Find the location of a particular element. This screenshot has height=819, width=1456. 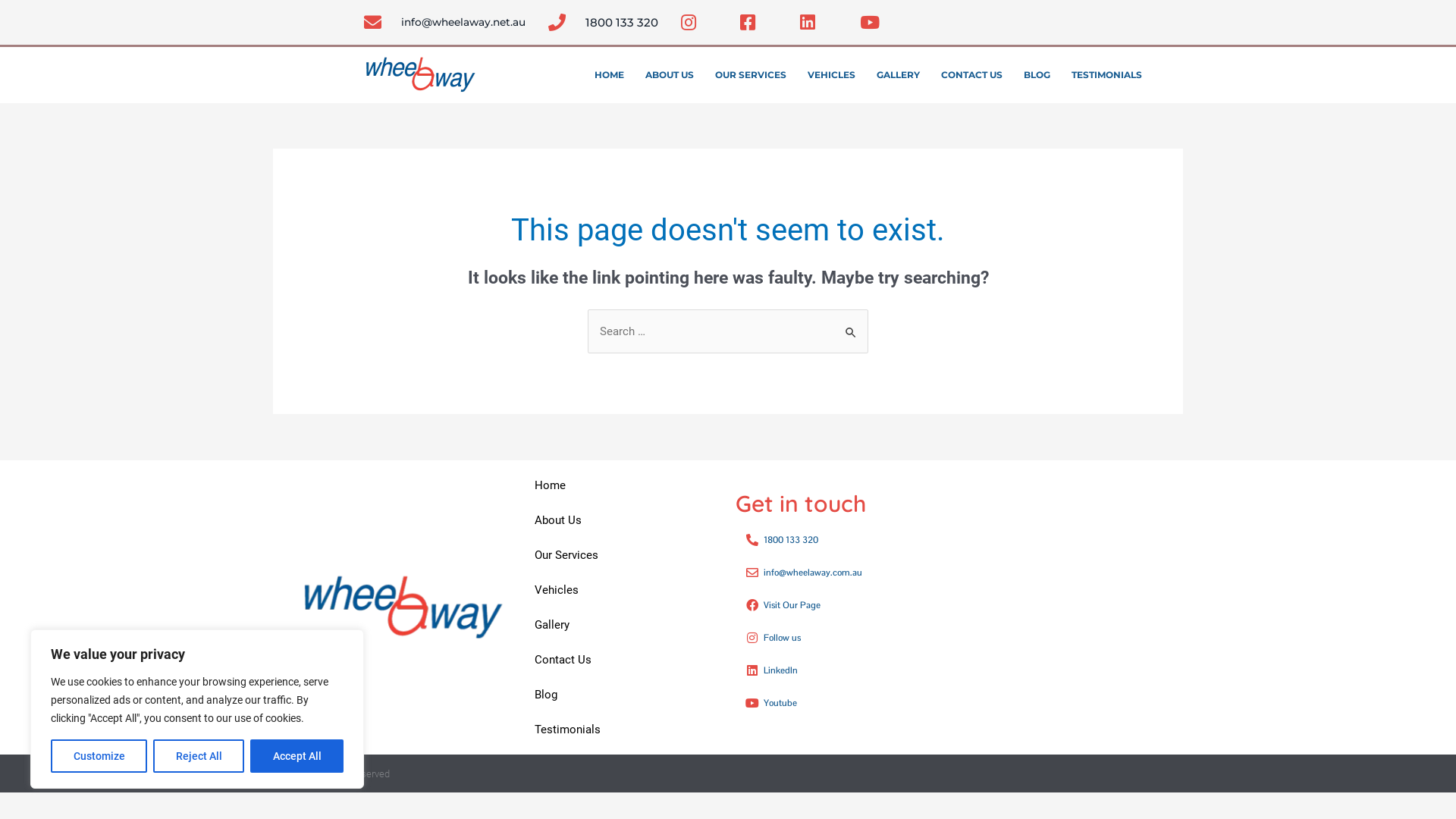

'Contact Us' is located at coordinates (519, 659).